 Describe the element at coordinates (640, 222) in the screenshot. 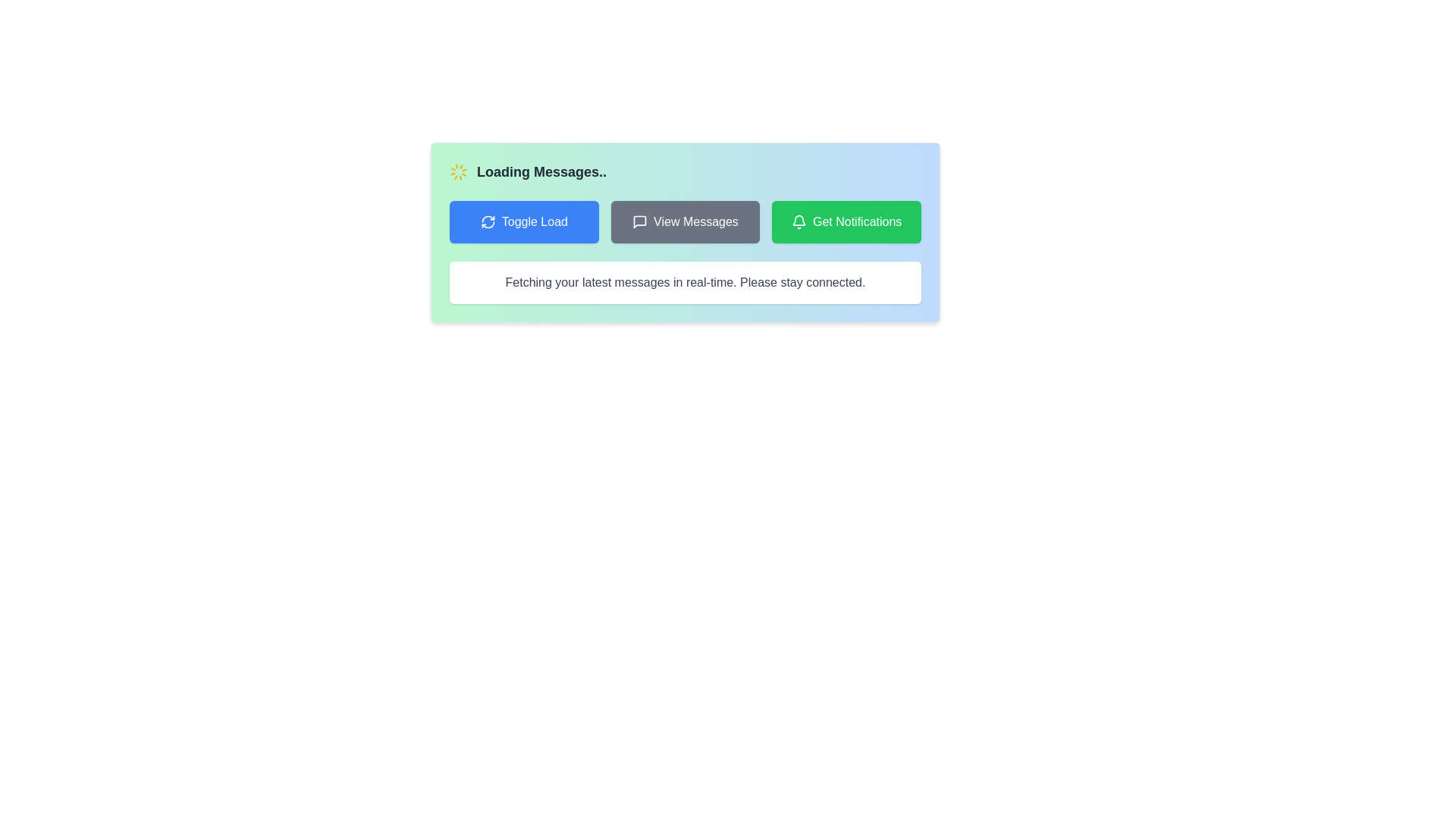

I see `the decorative graphical icon within the 'View Messages' button to visually indicate its purpose of accessing messages or notifications` at that location.